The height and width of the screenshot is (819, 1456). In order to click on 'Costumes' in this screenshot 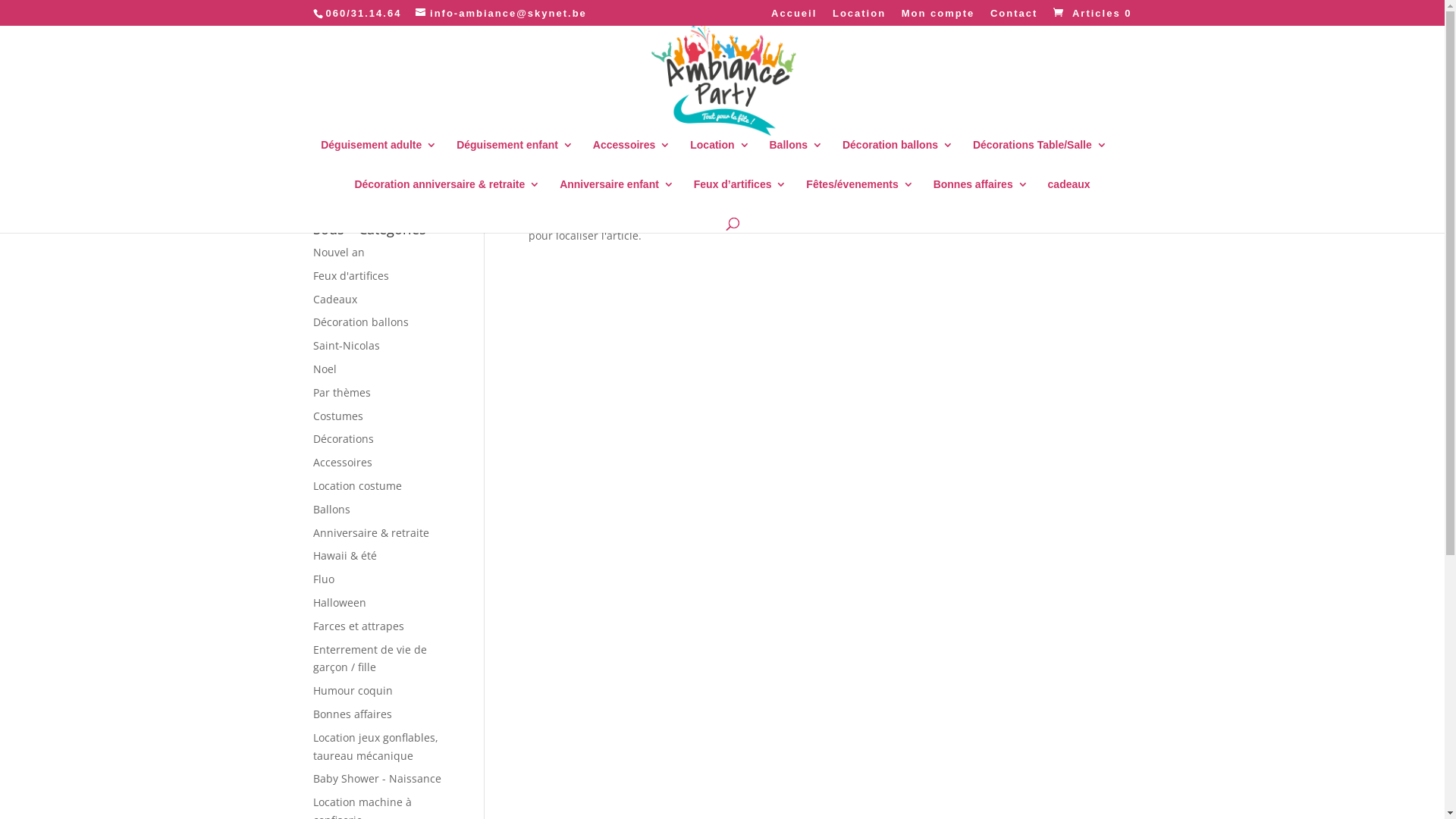, I will do `click(312, 416)`.